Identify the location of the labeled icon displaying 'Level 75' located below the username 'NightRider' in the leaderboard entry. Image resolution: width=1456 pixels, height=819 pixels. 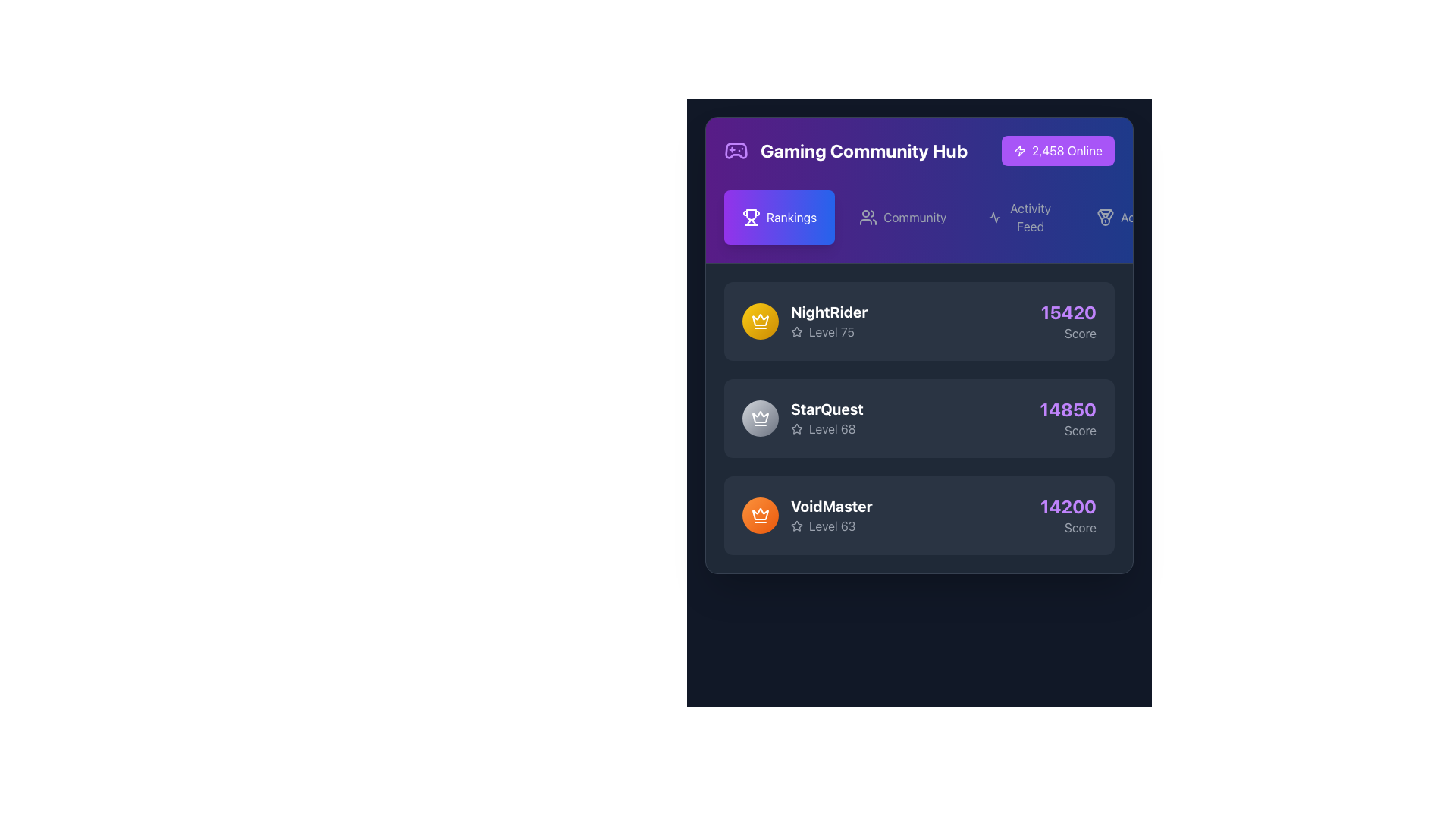
(828, 331).